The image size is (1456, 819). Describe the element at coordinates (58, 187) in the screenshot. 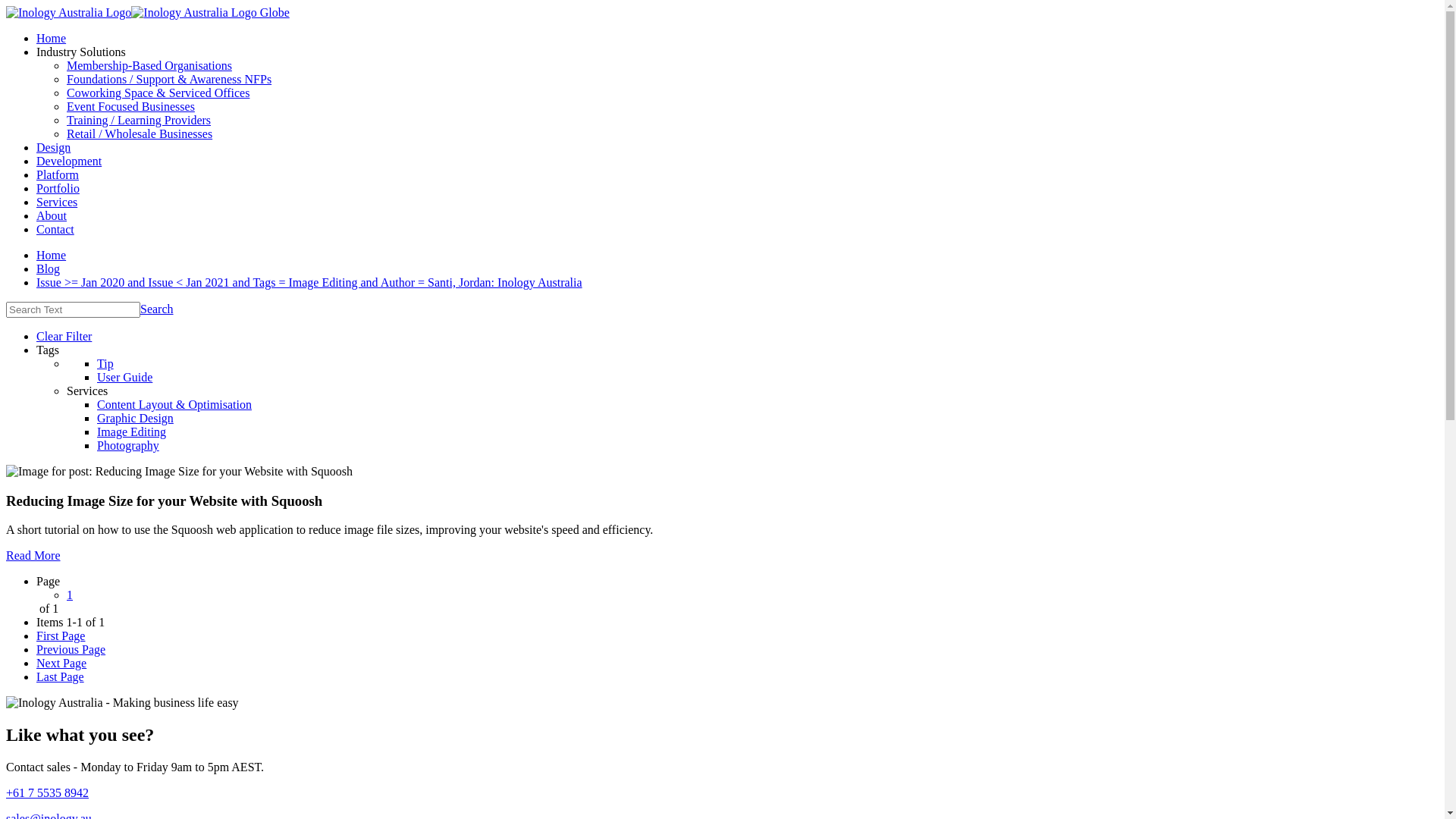

I see `'Portfolio'` at that location.